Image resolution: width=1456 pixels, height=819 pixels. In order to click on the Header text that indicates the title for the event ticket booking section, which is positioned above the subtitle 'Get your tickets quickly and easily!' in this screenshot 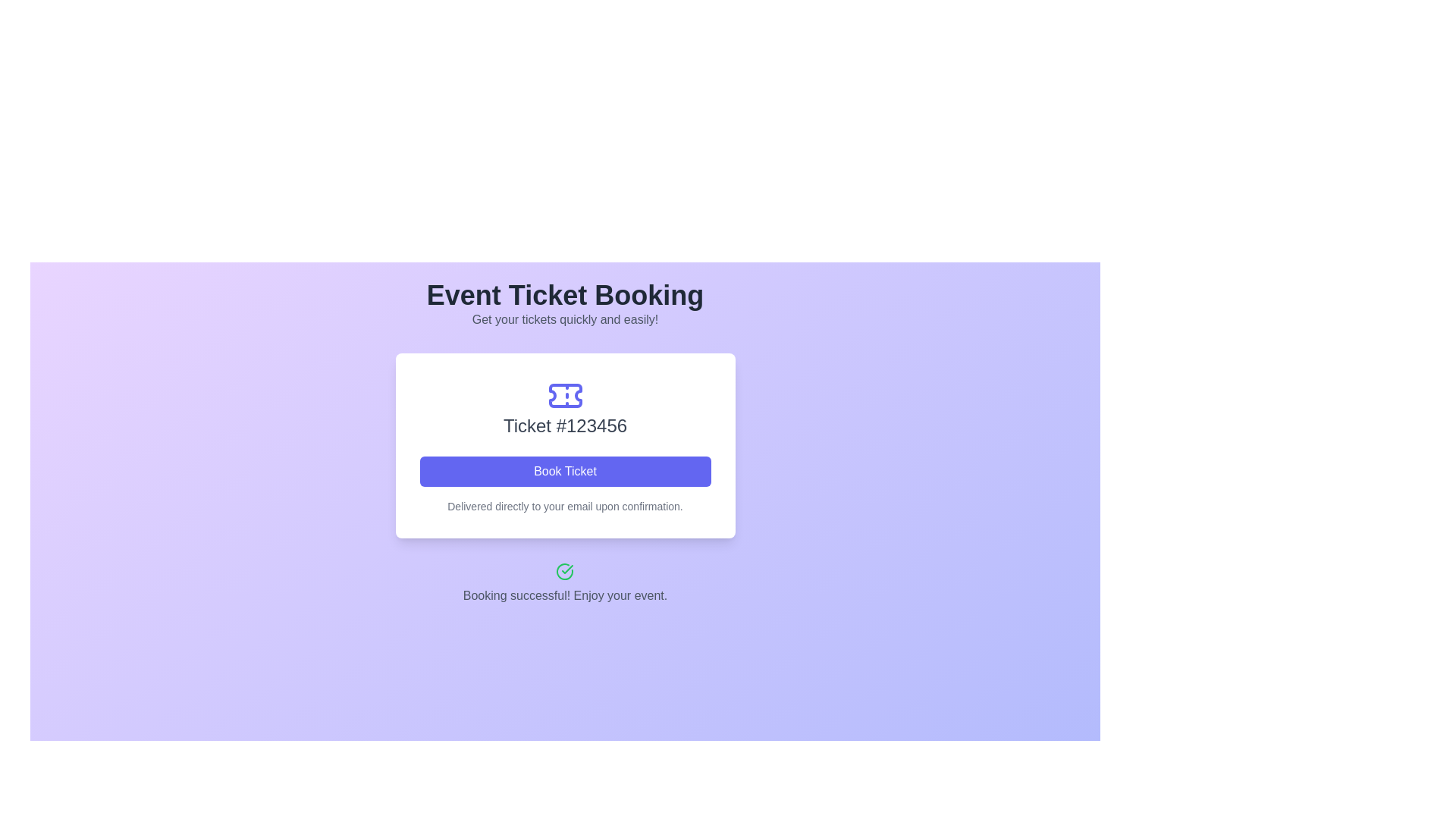, I will do `click(564, 295)`.